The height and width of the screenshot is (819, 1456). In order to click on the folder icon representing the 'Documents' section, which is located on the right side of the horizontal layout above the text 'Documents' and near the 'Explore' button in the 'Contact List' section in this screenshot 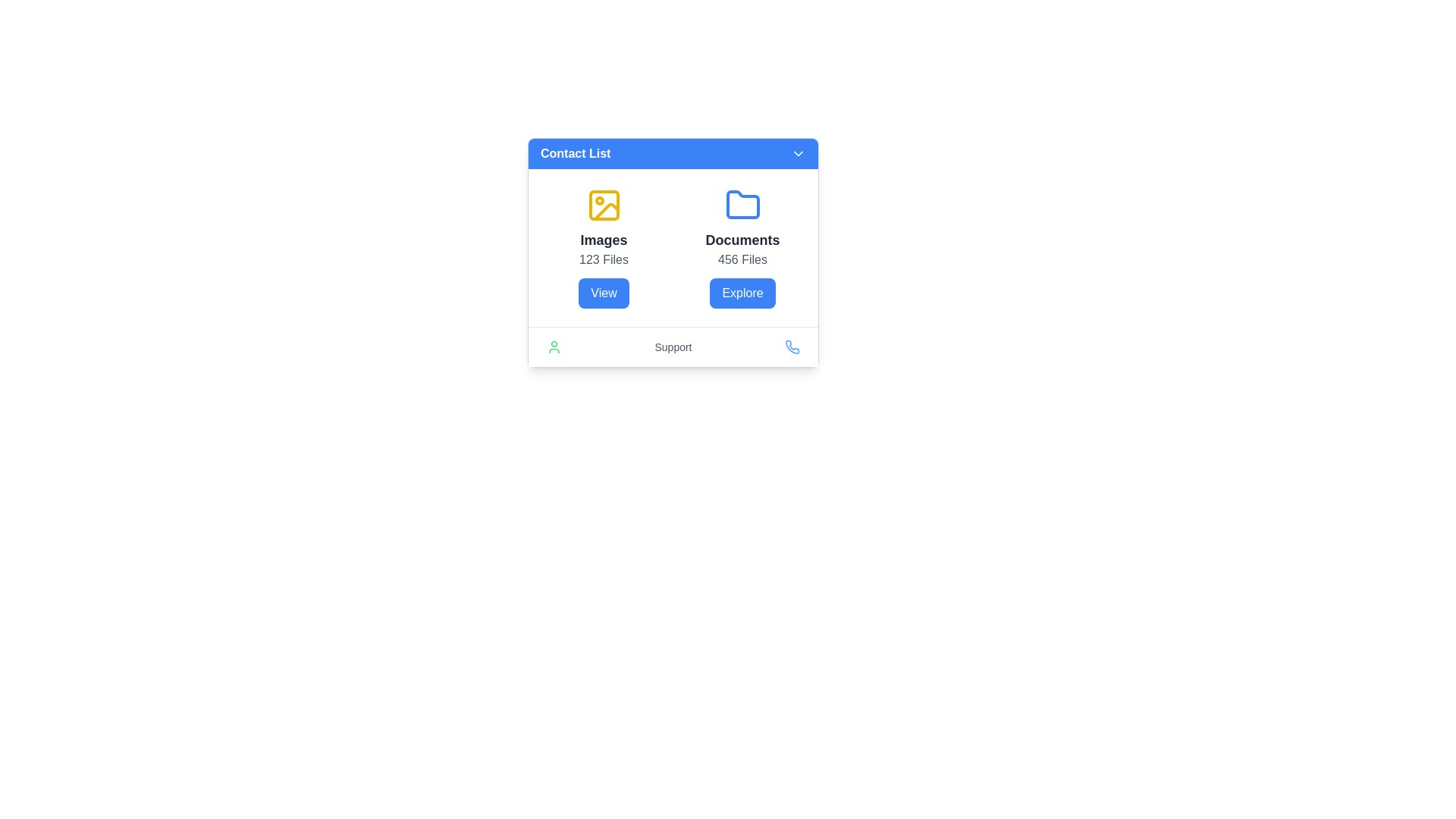, I will do `click(742, 205)`.